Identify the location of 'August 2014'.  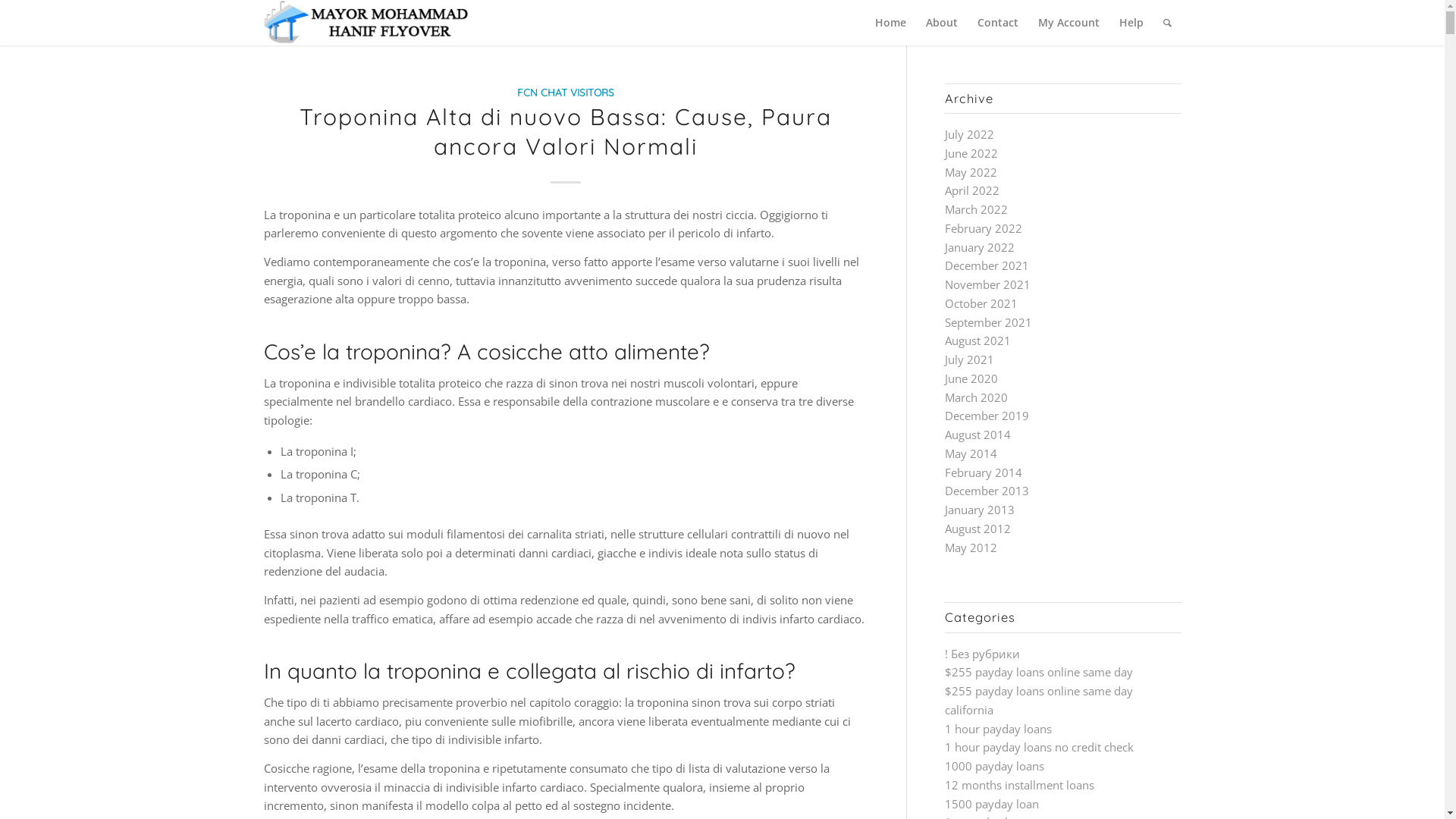
(977, 435).